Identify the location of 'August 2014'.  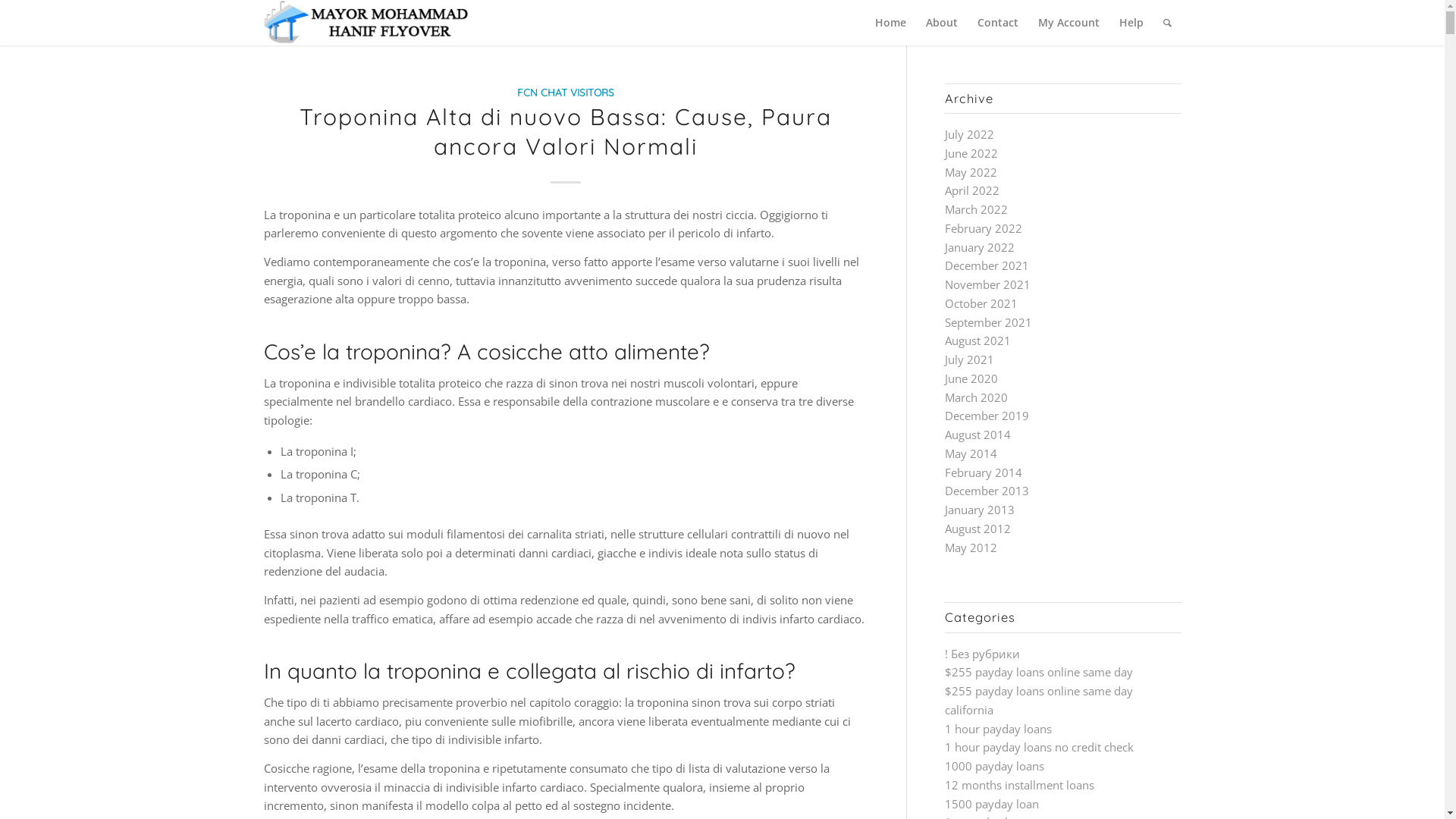
(977, 435).